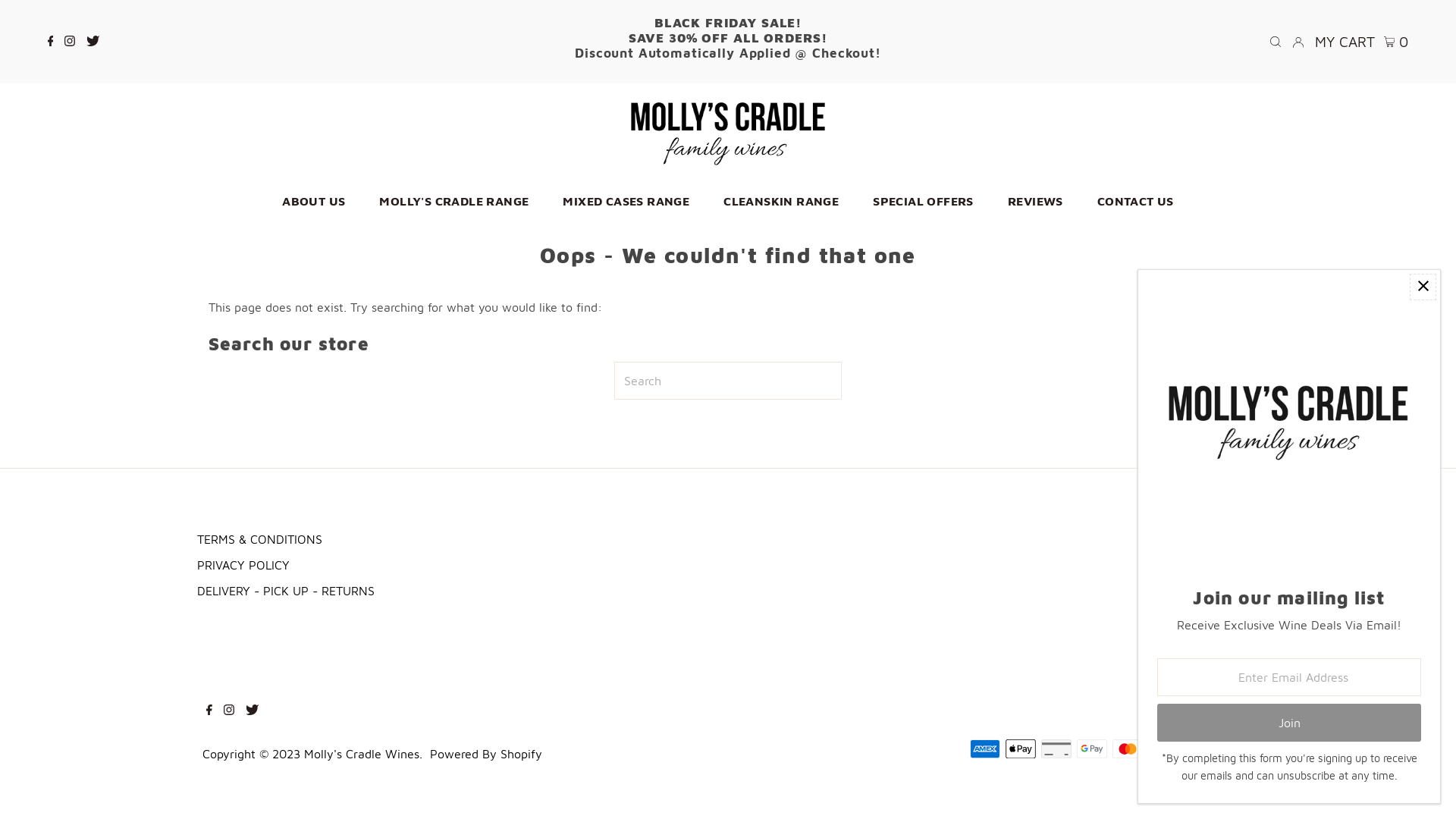 This screenshot has width=1456, height=819. Describe the element at coordinates (626, 200) in the screenshot. I see `'MIXED CASES RANGE'` at that location.